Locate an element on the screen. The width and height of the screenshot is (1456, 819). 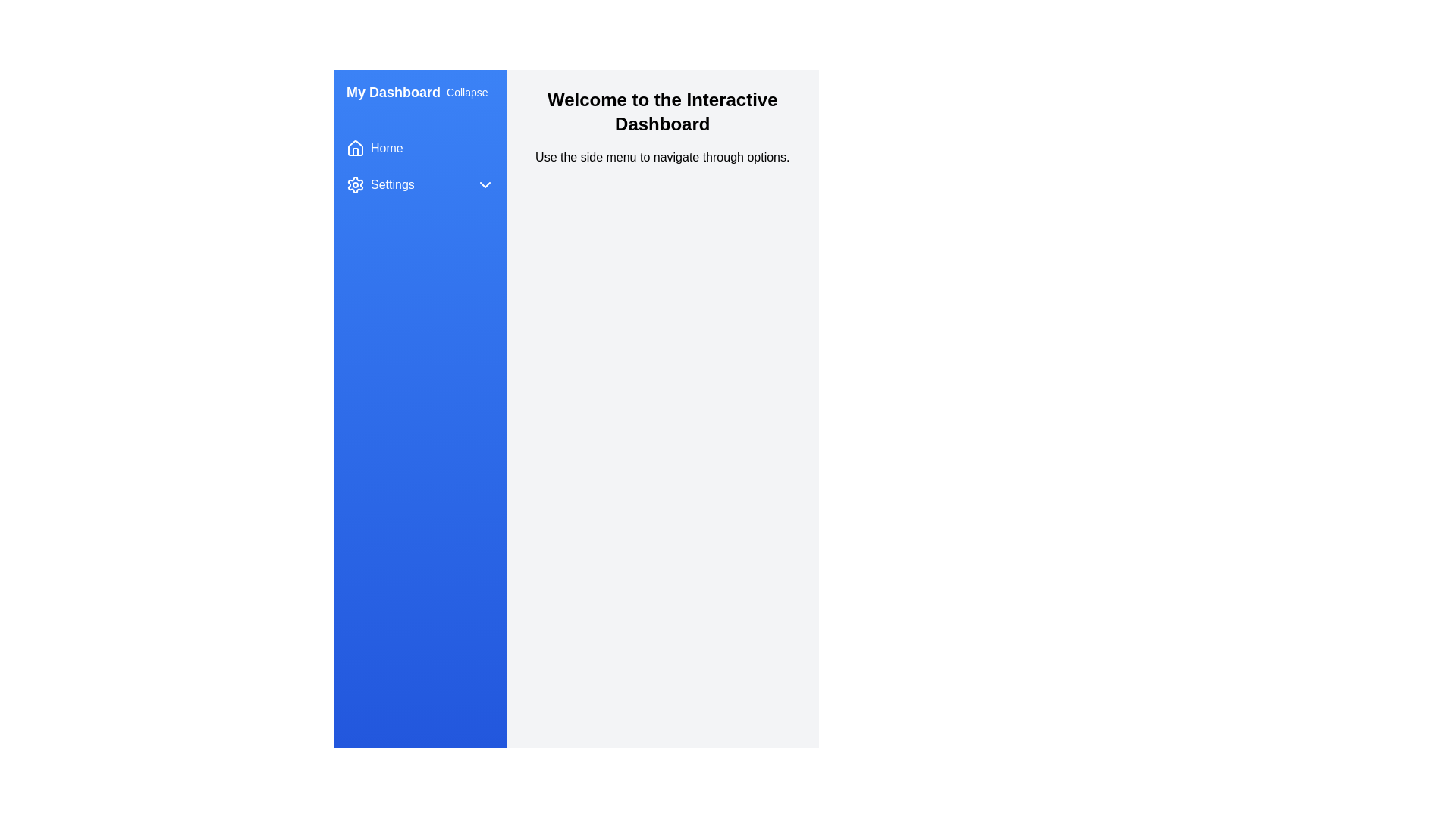
the settings icon located in the left navigation menu next to the 'Settings' label is located at coordinates (355, 184).